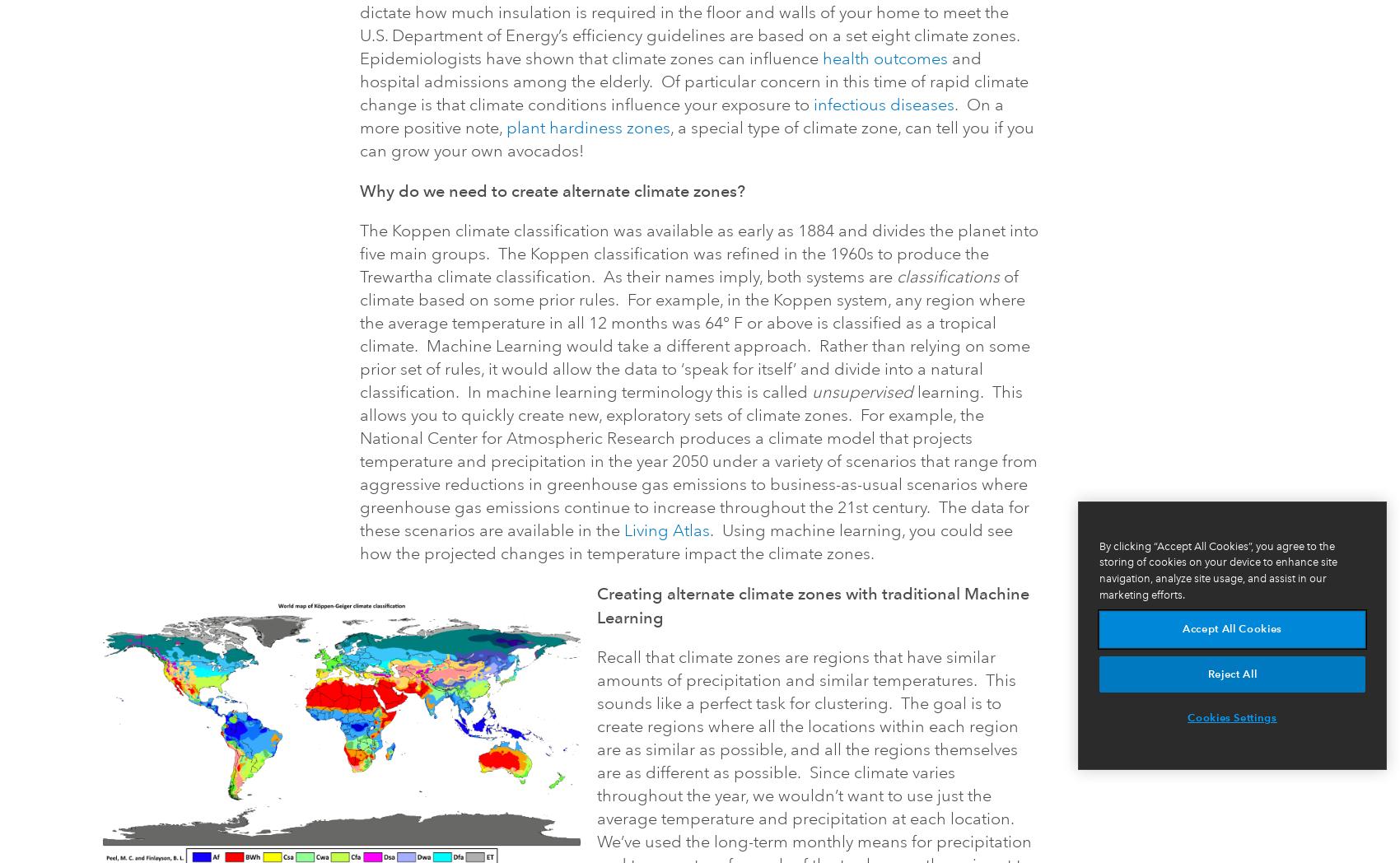 Image resolution: width=1400 pixels, height=863 pixels. Describe the element at coordinates (552, 191) in the screenshot. I see `'Why do we need to create alternate climate zones?'` at that location.